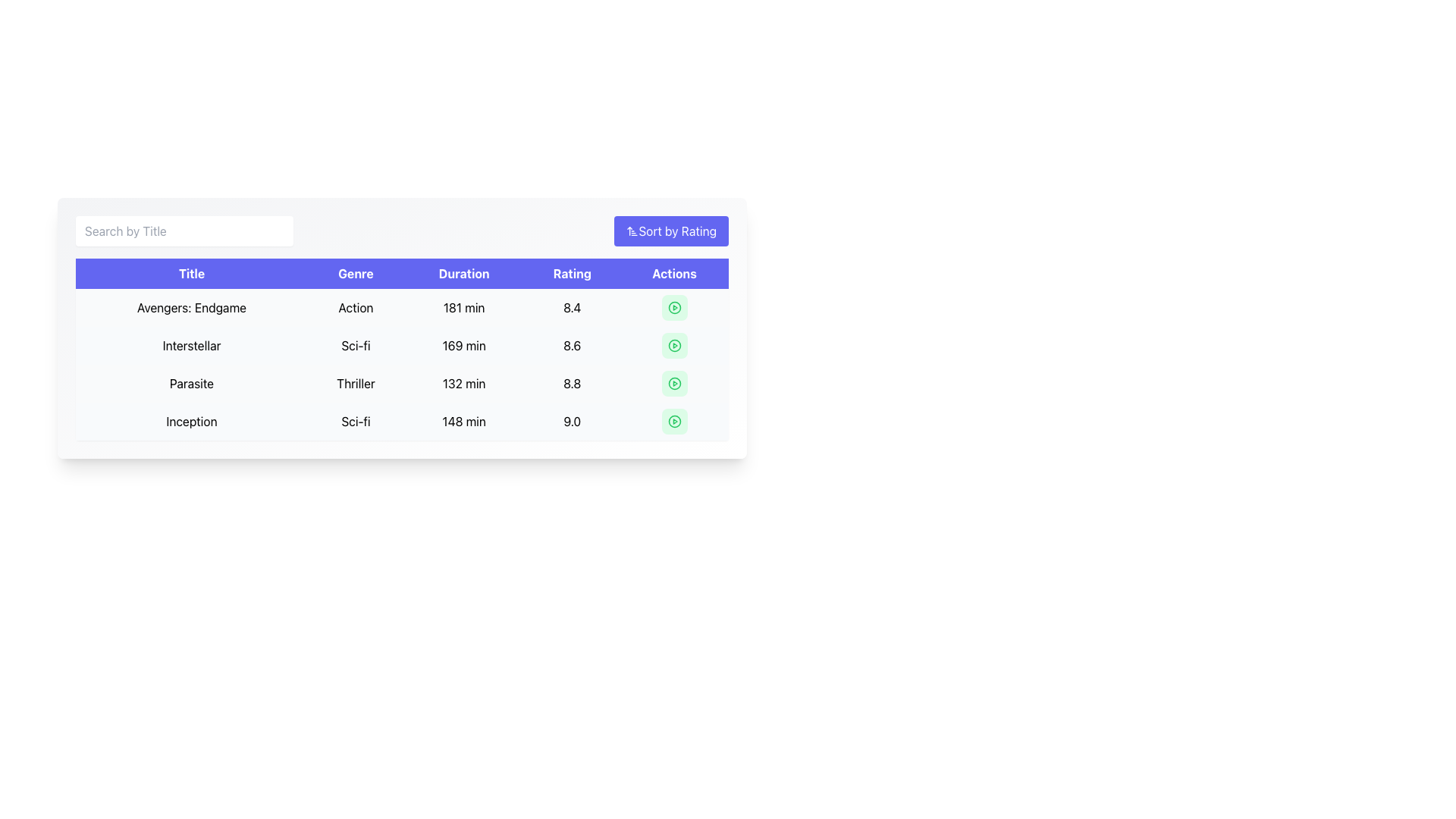 This screenshot has width=1456, height=819. I want to click on the Text Label displaying the movie title 'Inception', which is located in the first cell of the last row of the table, directly below 'Parasite', so click(191, 421).